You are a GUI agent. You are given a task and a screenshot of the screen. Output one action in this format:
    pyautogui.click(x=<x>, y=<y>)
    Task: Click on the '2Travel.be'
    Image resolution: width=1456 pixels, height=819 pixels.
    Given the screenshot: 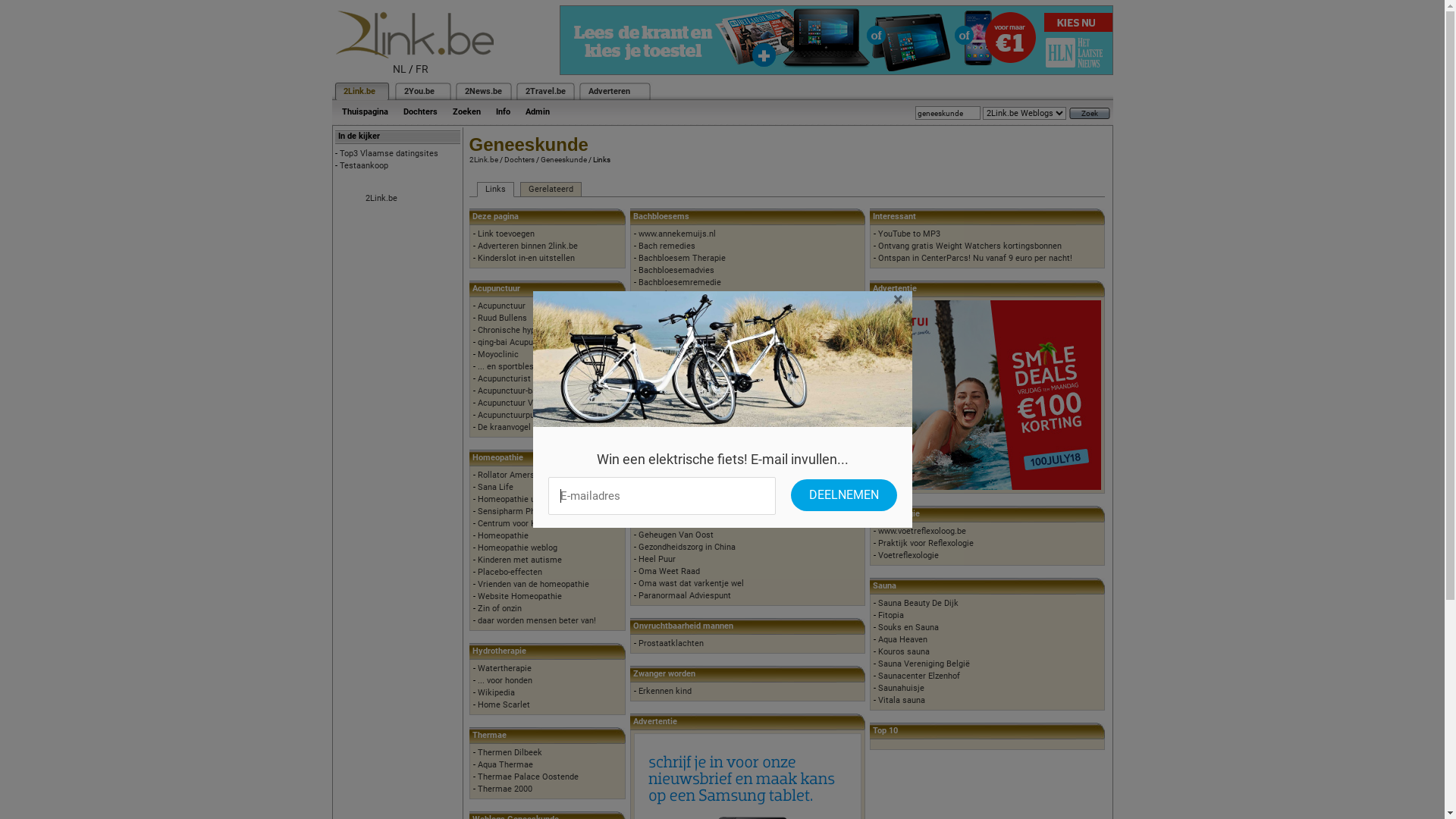 What is the action you would take?
    pyautogui.click(x=544, y=91)
    